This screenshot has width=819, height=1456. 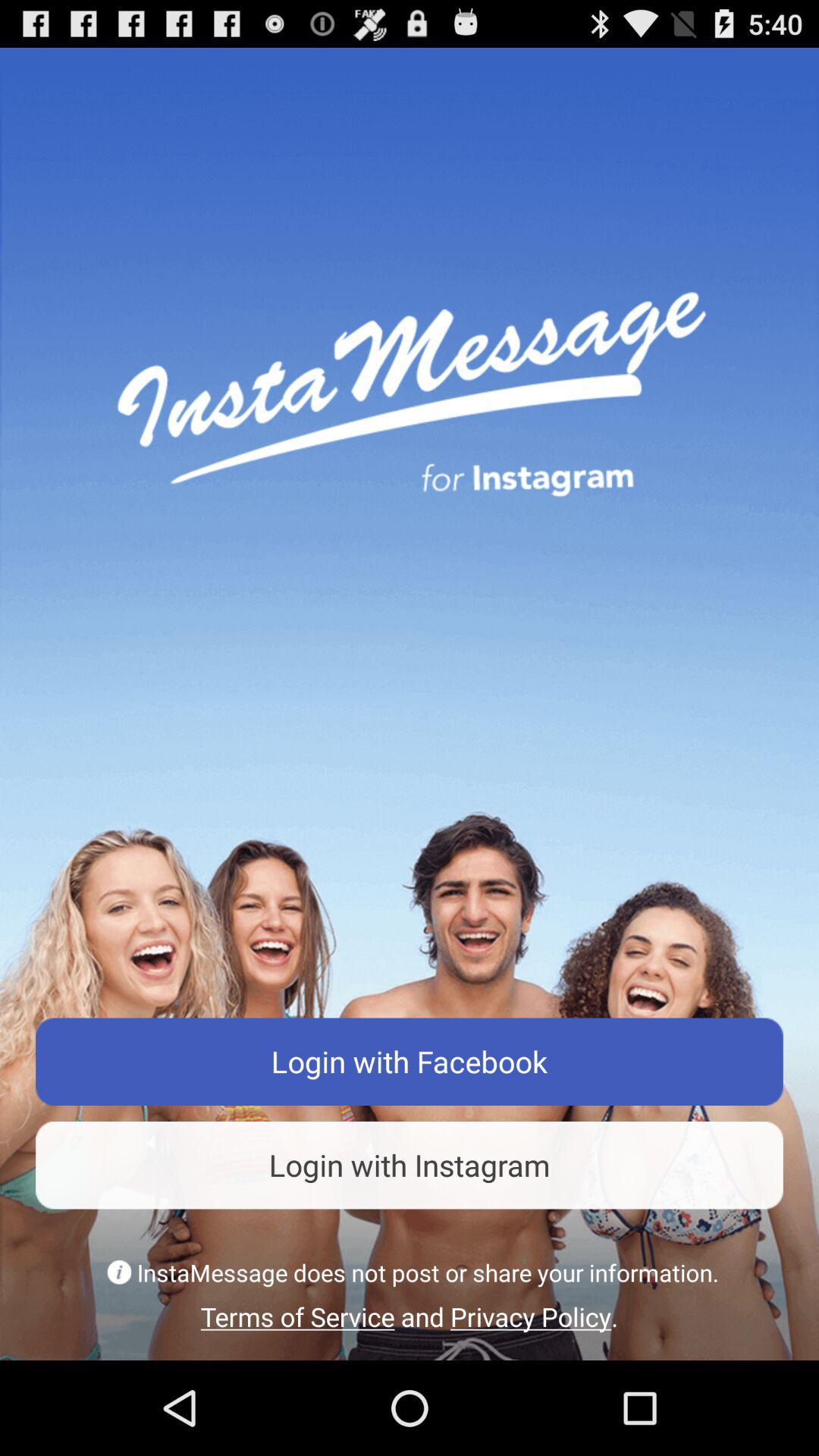 What do you see at coordinates (409, 1316) in the screenshot?
I see `terms of service` at bounding box center [409, 1316].